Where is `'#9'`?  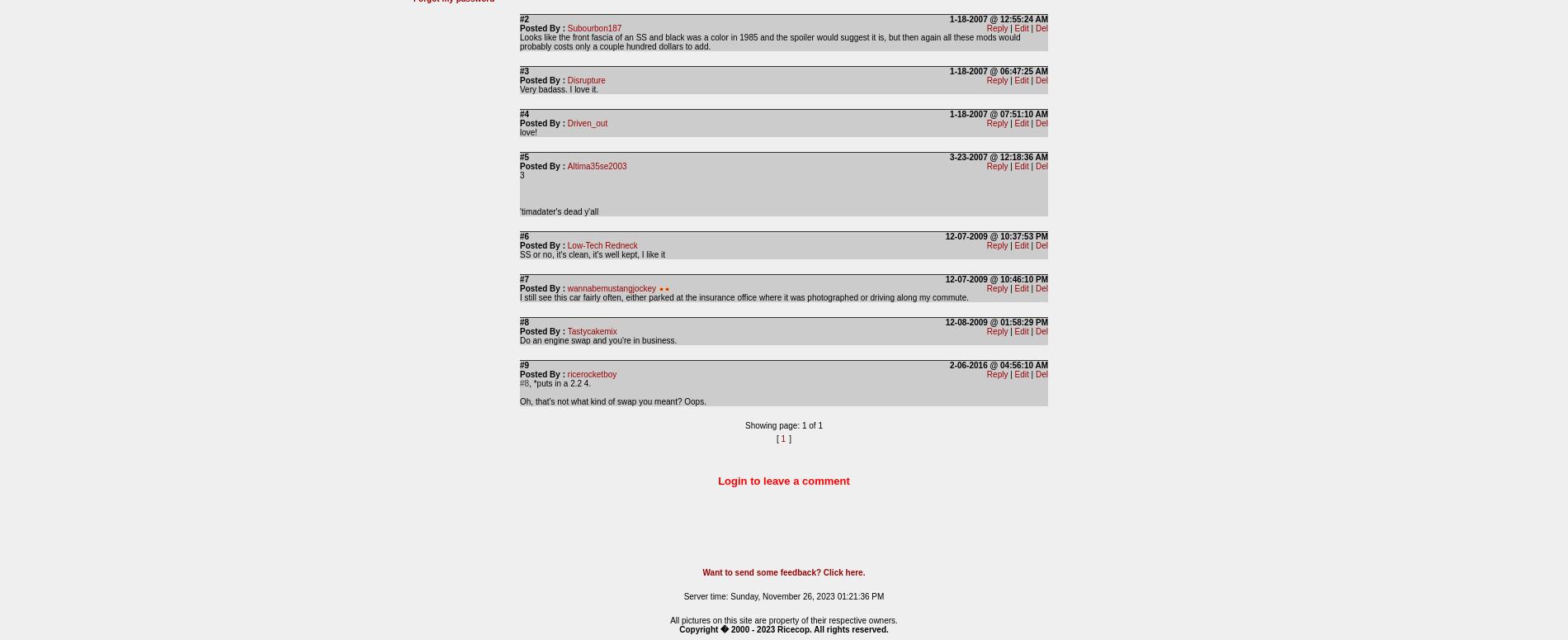
'#9' is located at coordinates (520, 365).